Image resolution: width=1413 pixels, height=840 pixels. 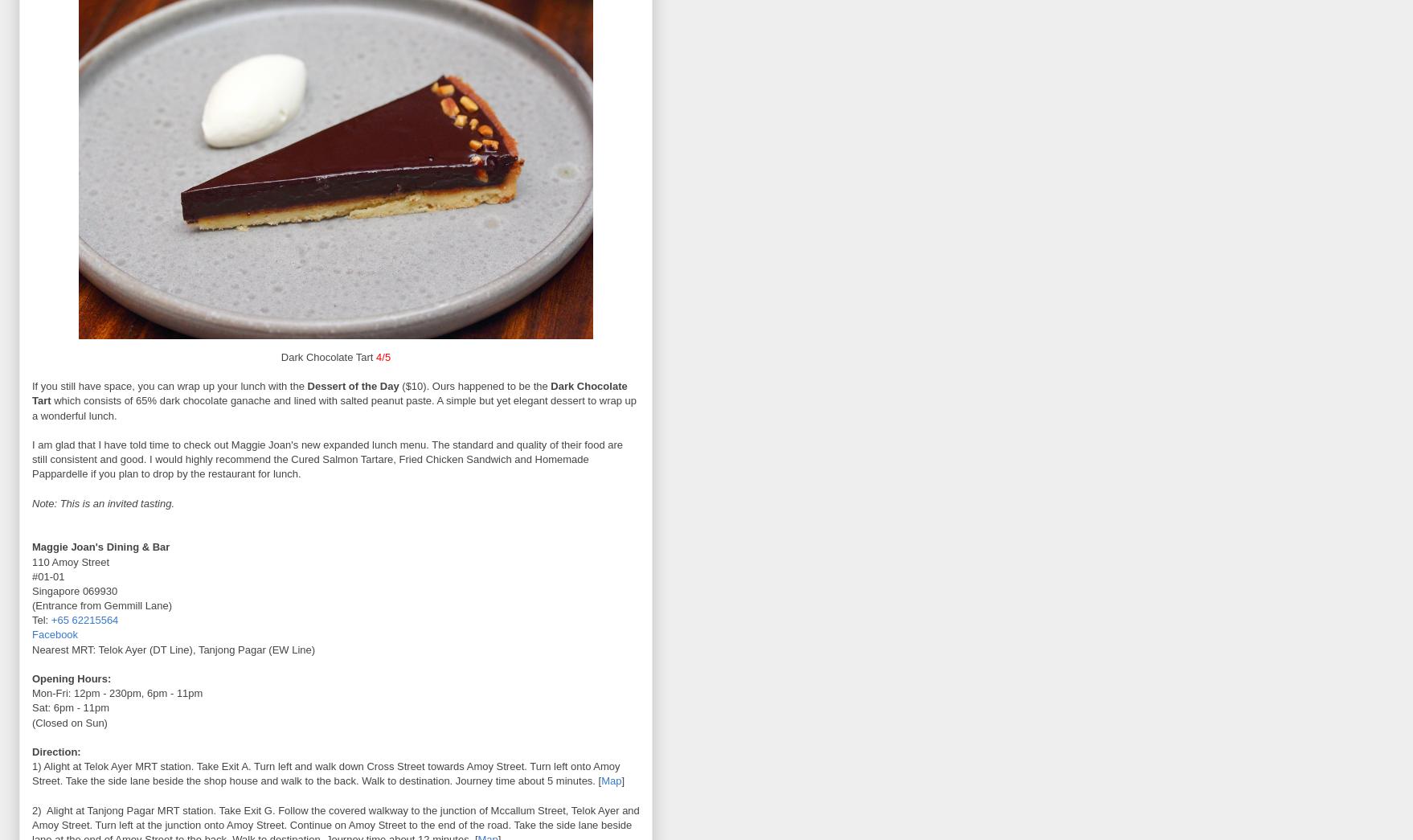 I want to click on '1) Alight at Telok Ayer MRT station. Take Exit A. Turn left and walk down Cross Street towards Amoy Street. Turn left onto Amoy Street. Take the side lane beside the shop house and walk to the back. Walk to destination. Journey time about 5 minutes. [', so click(x=326, y=772).